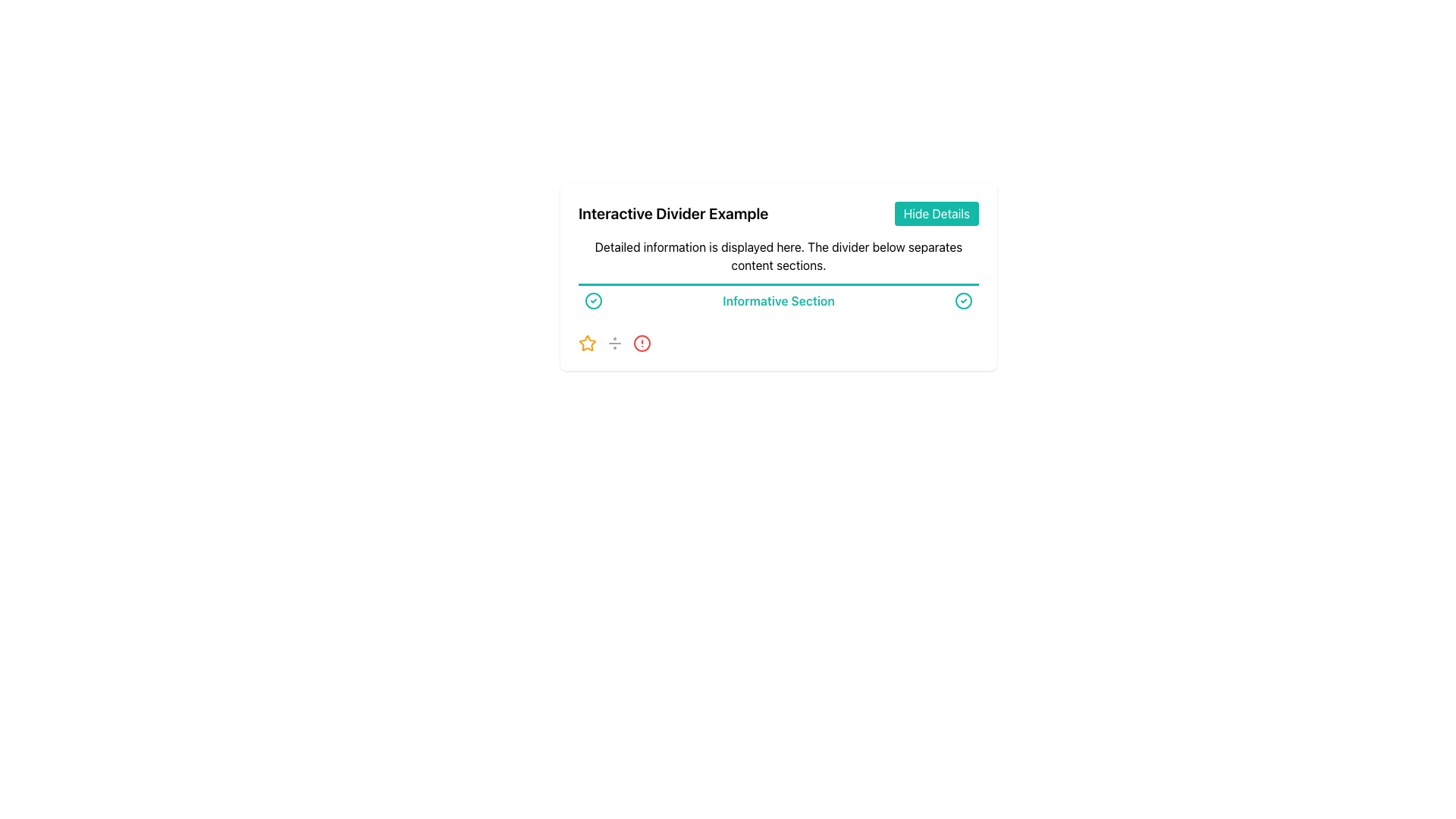  What do you see at coordinates (963, 301) in the screenshot?
I see `the circular teal icon with a check mark in the center, located to the right of the 'Informative Section' label` at bounding box center [963, 301].